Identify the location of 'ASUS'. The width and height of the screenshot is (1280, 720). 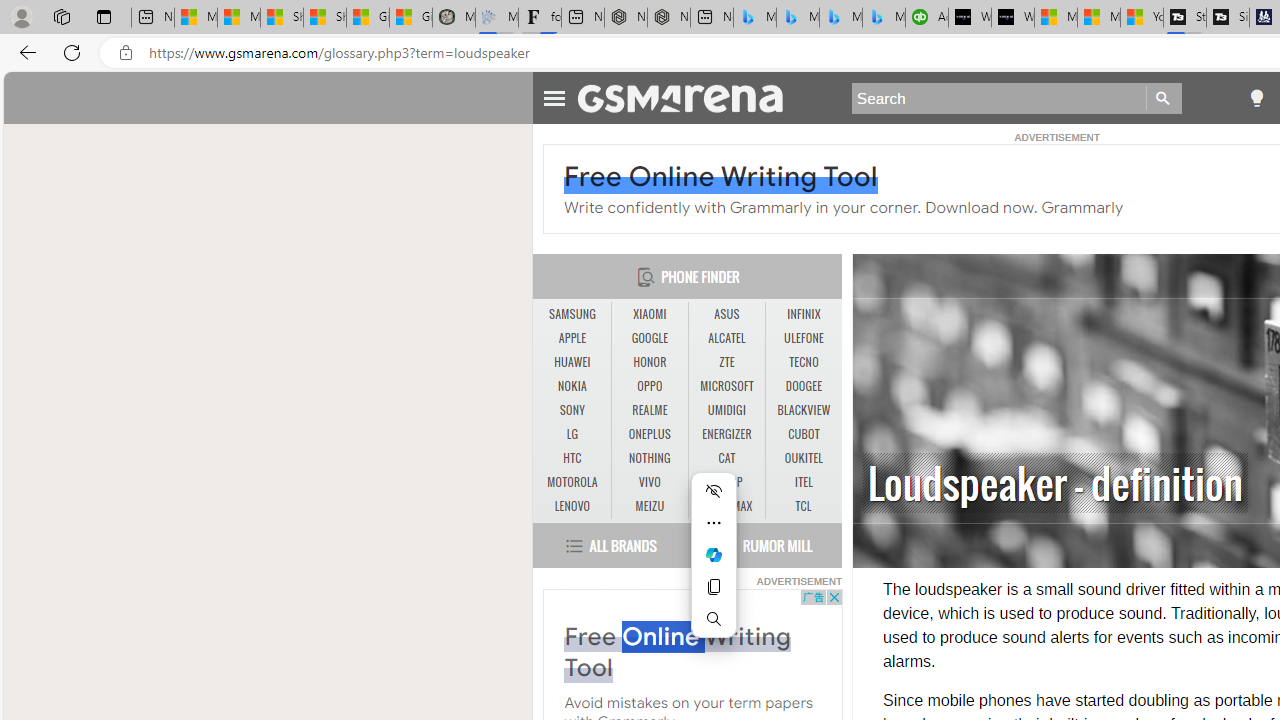
(726, 314).